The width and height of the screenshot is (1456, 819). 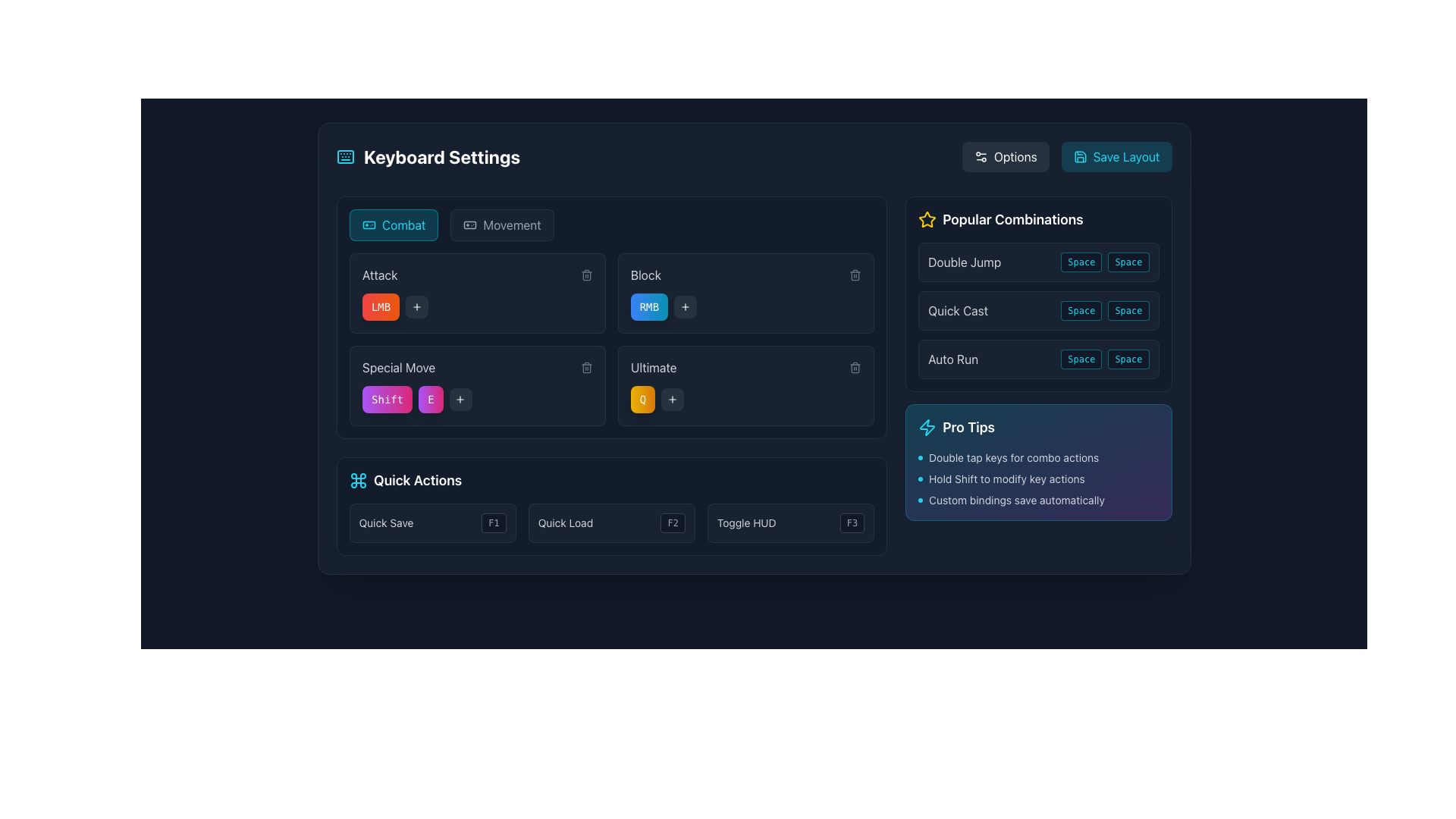 What do you see at coordinates (649, 307) in the screenshot?
I see `the rectangular button labeled 'RMB' with a gradient background transitioning from blue to cyan, featuring white monospaced text, located in the 'Block' section of the 'Keyboard Settings' interface` at bounding box center [649, 307].